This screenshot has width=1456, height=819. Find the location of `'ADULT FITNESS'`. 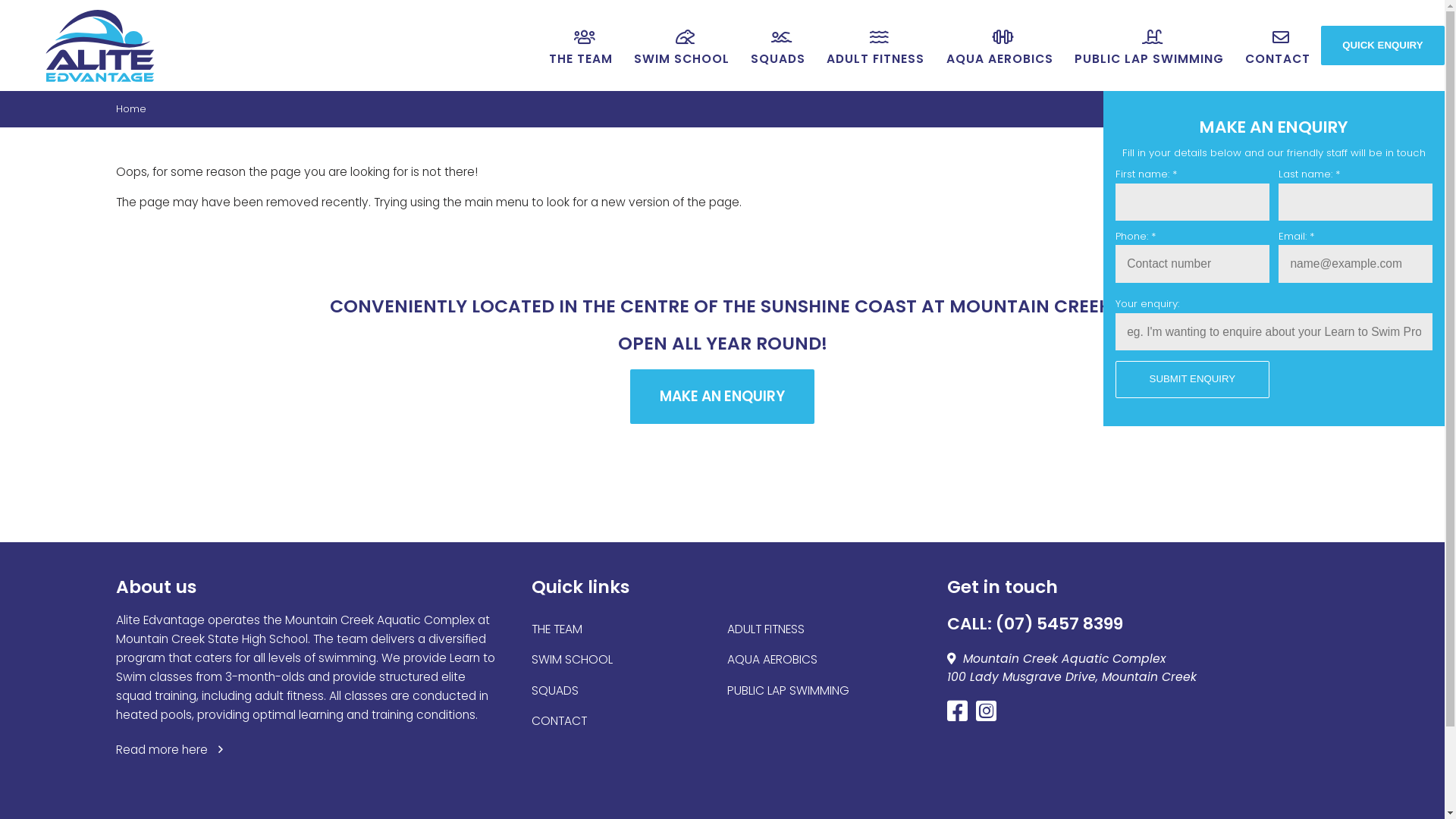

'ADULT FITNESS' is located at coordinates (876, 45).